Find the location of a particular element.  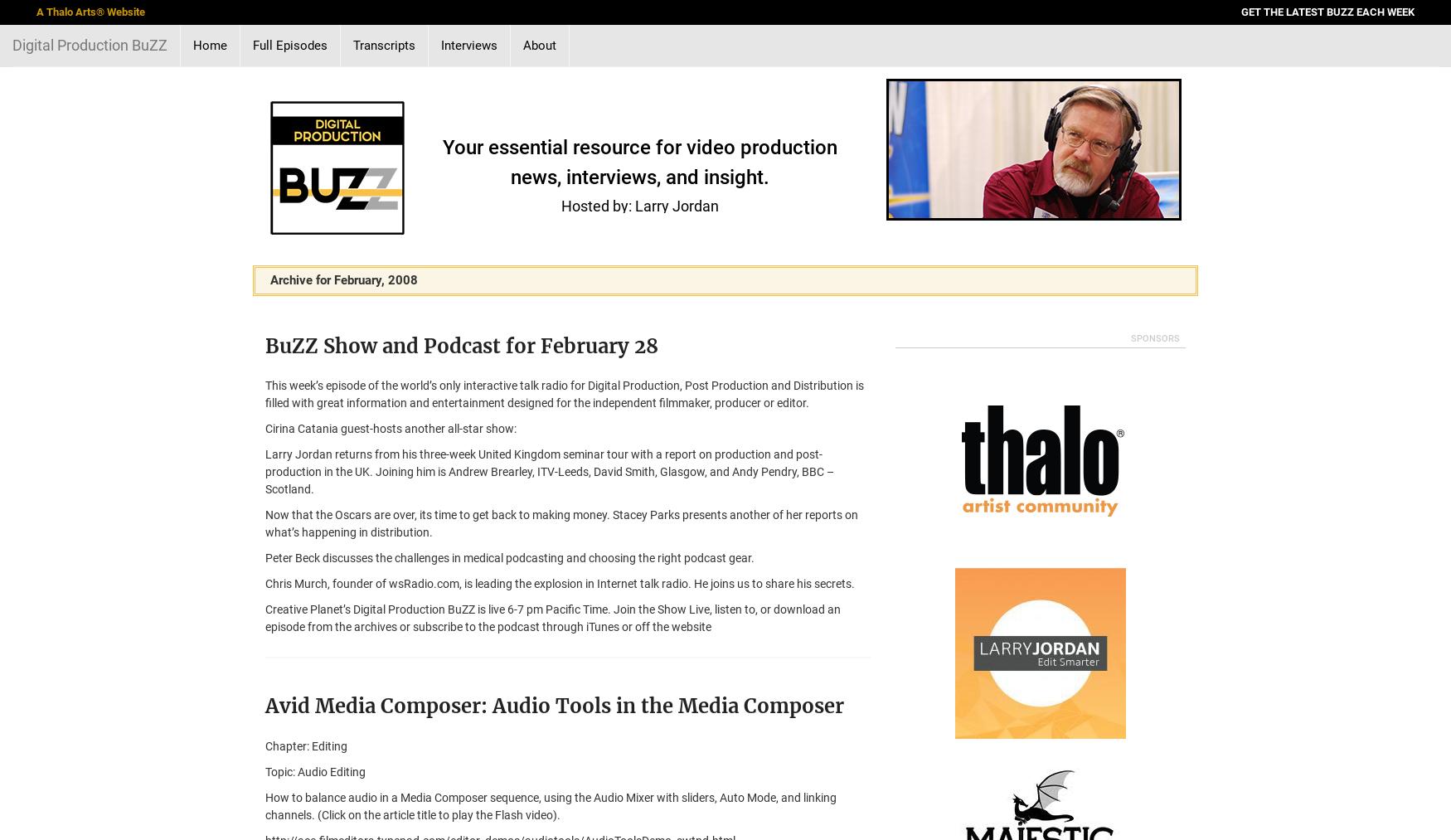

'Get the Latest BuZZ Each Week' is located at coordinates (1327, 11).